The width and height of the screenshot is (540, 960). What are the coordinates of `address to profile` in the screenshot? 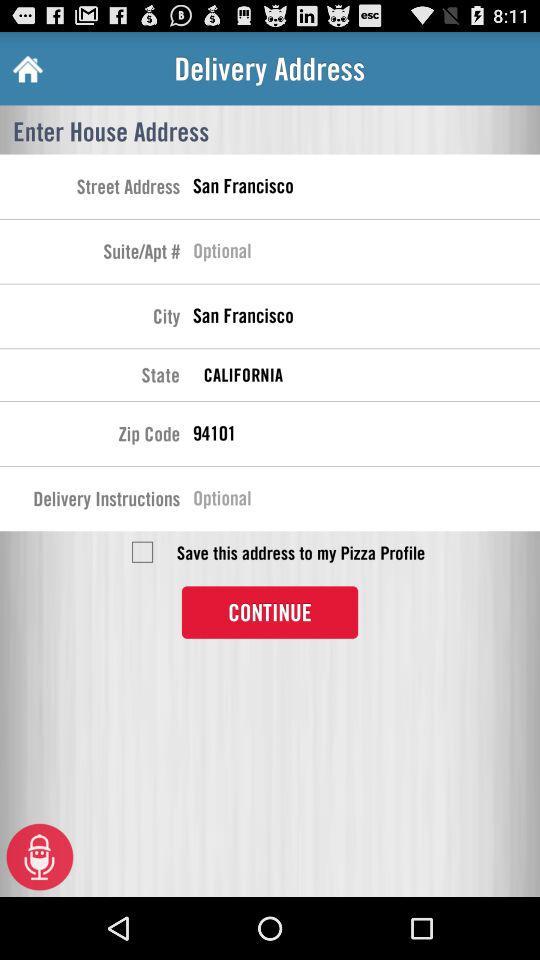 It's located at (141, 552).